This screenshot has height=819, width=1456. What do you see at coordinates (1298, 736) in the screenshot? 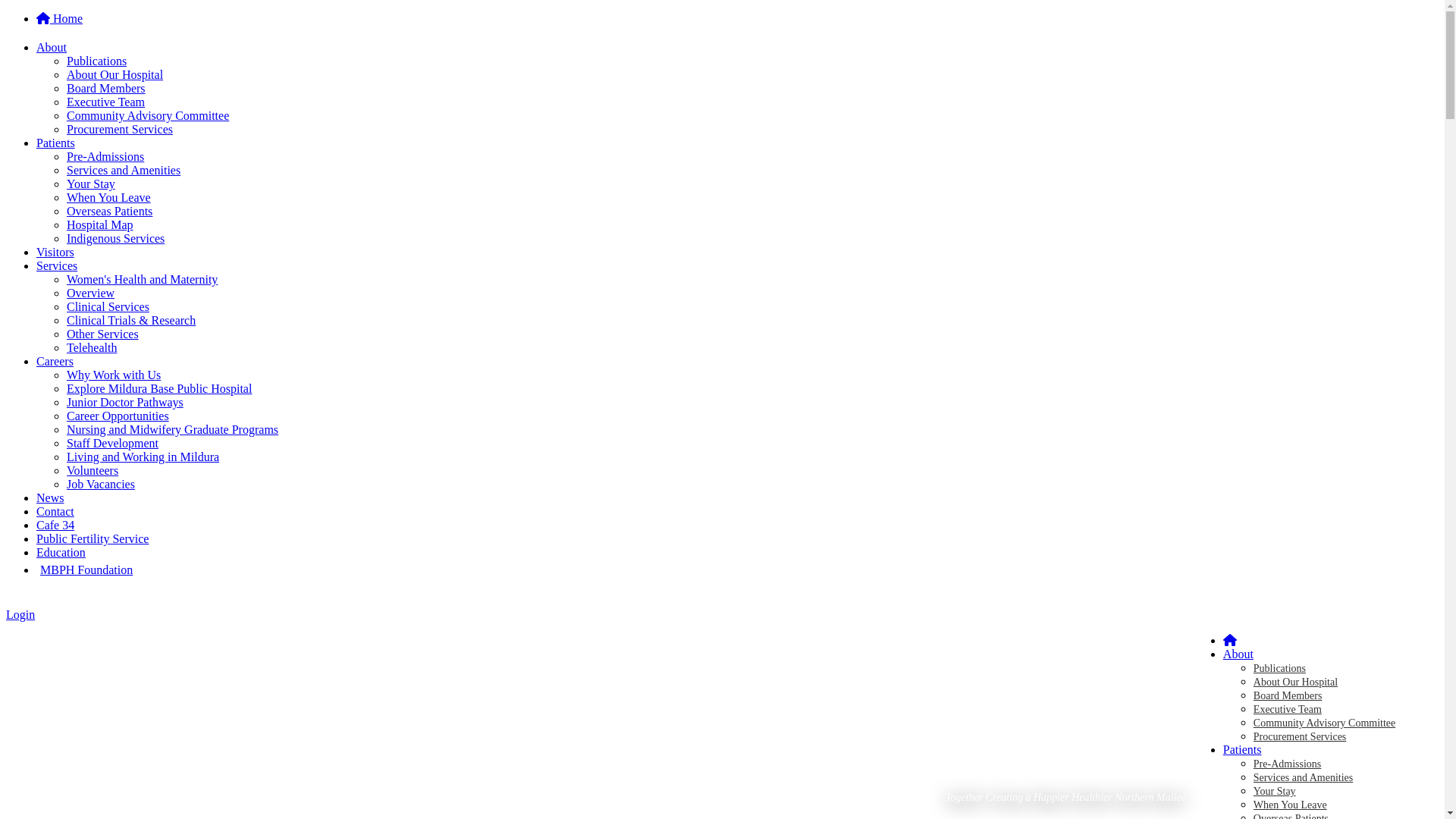
I see `'Procurement Services'` at bounding box center [1298, 736].